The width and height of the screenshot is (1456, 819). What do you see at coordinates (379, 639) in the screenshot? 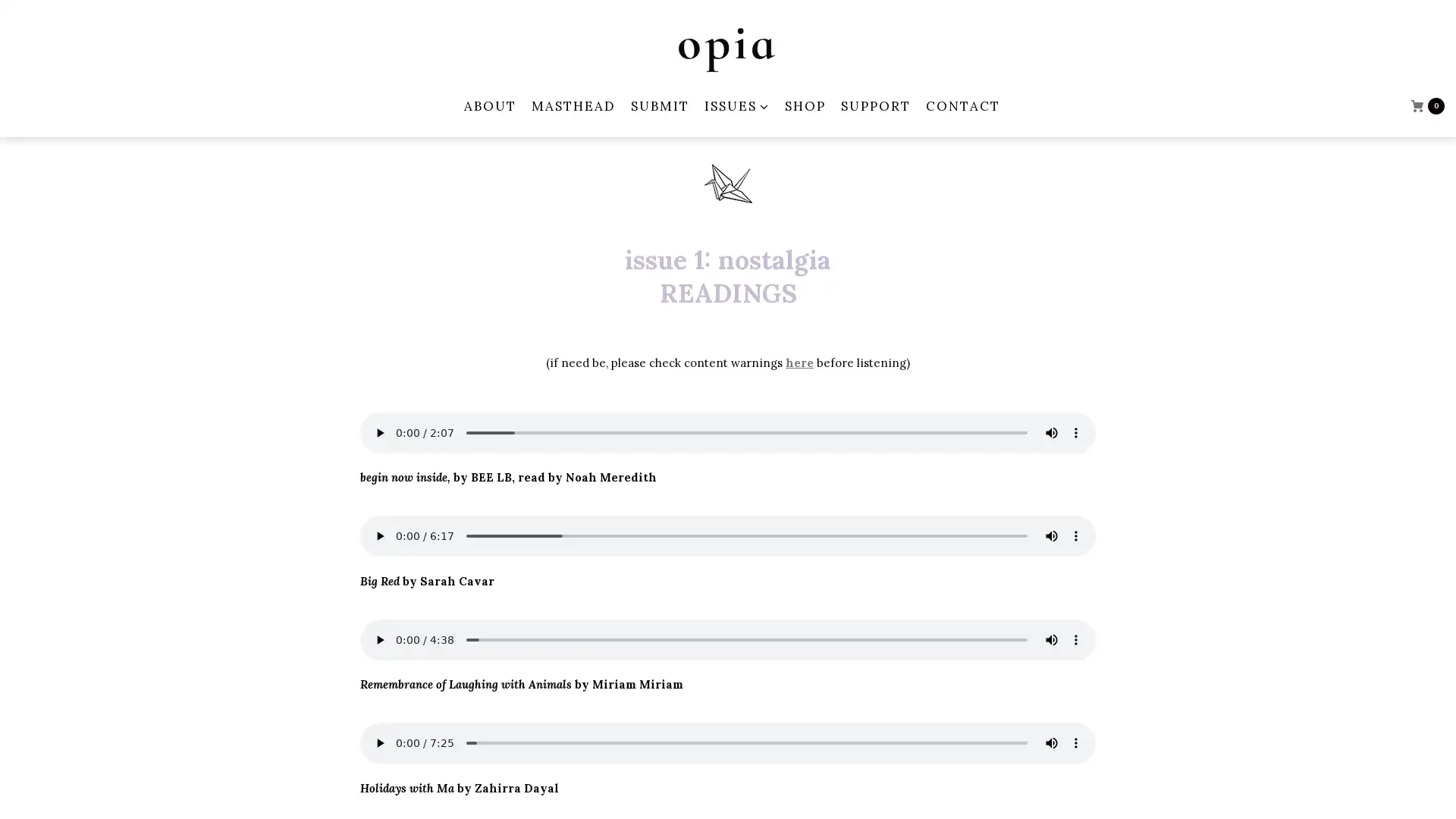
I see `play` at bounding box center [379, 639].